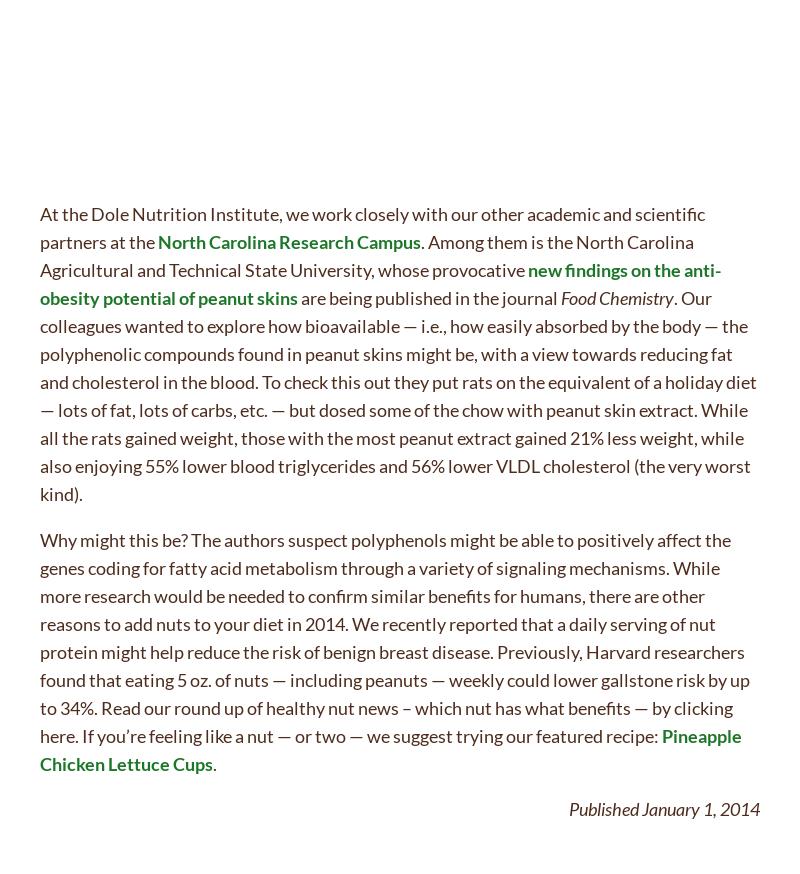 The height and width of the screenshot is (874, 800). What do you see at coordinates (371, 228) in the screenshot?
I see `'At the Dole Nutrition Institute, we work closely with our other academic and scientific partners at the'` at bounding box center [371, 228].